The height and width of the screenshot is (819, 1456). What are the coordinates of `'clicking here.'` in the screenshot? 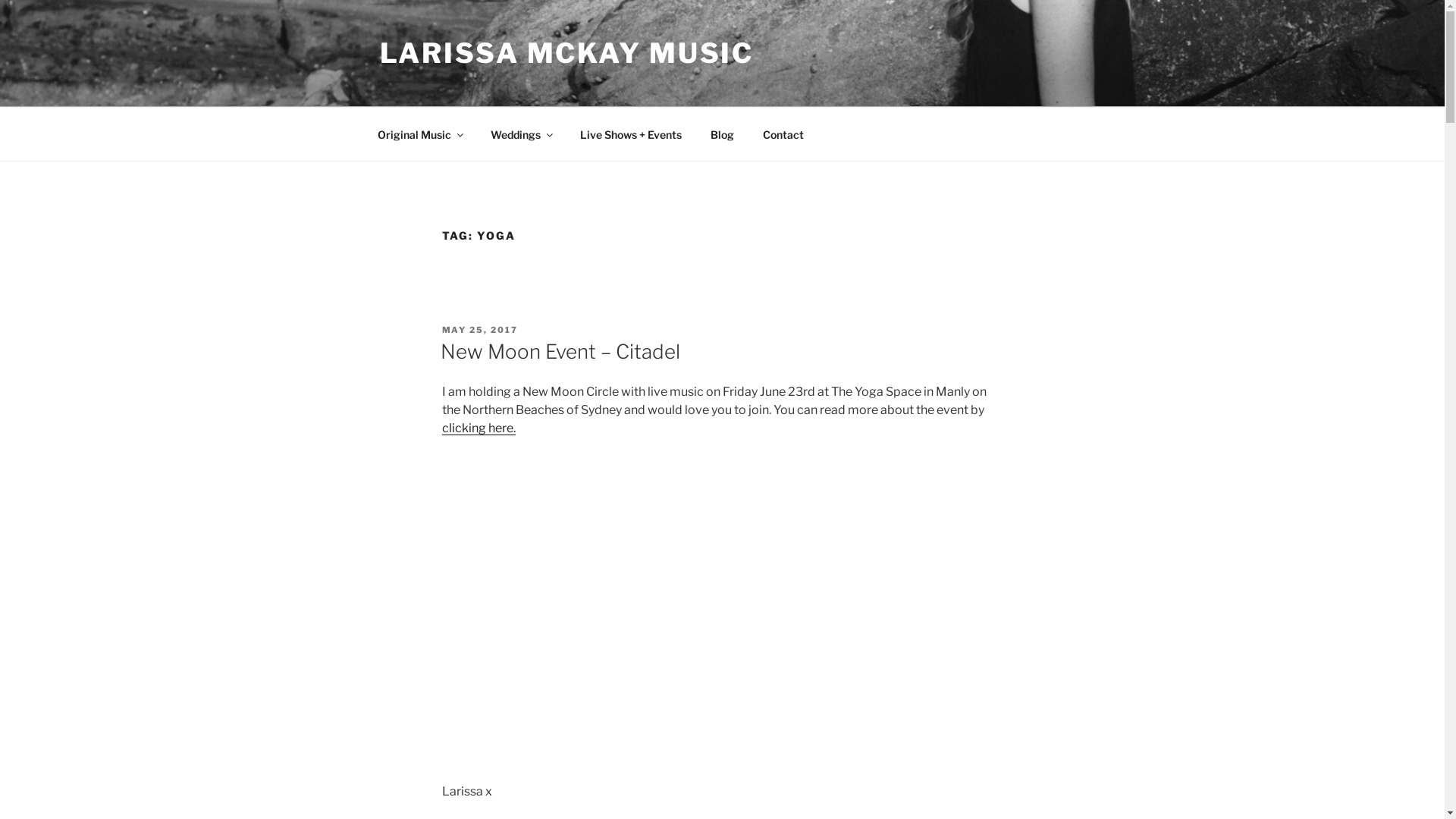 It's located at (477, 428).